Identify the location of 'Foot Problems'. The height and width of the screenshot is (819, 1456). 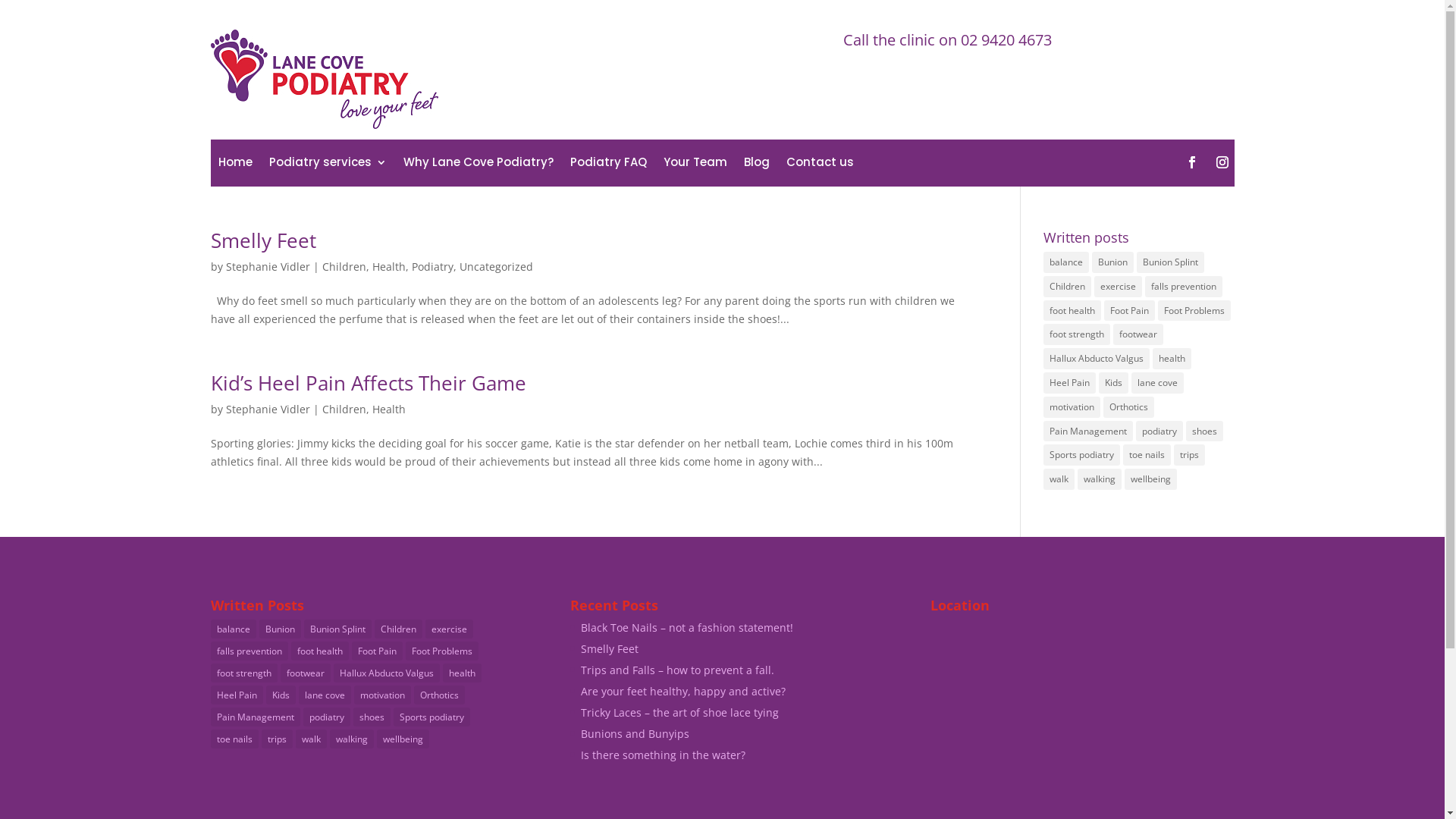
(1156, 309).